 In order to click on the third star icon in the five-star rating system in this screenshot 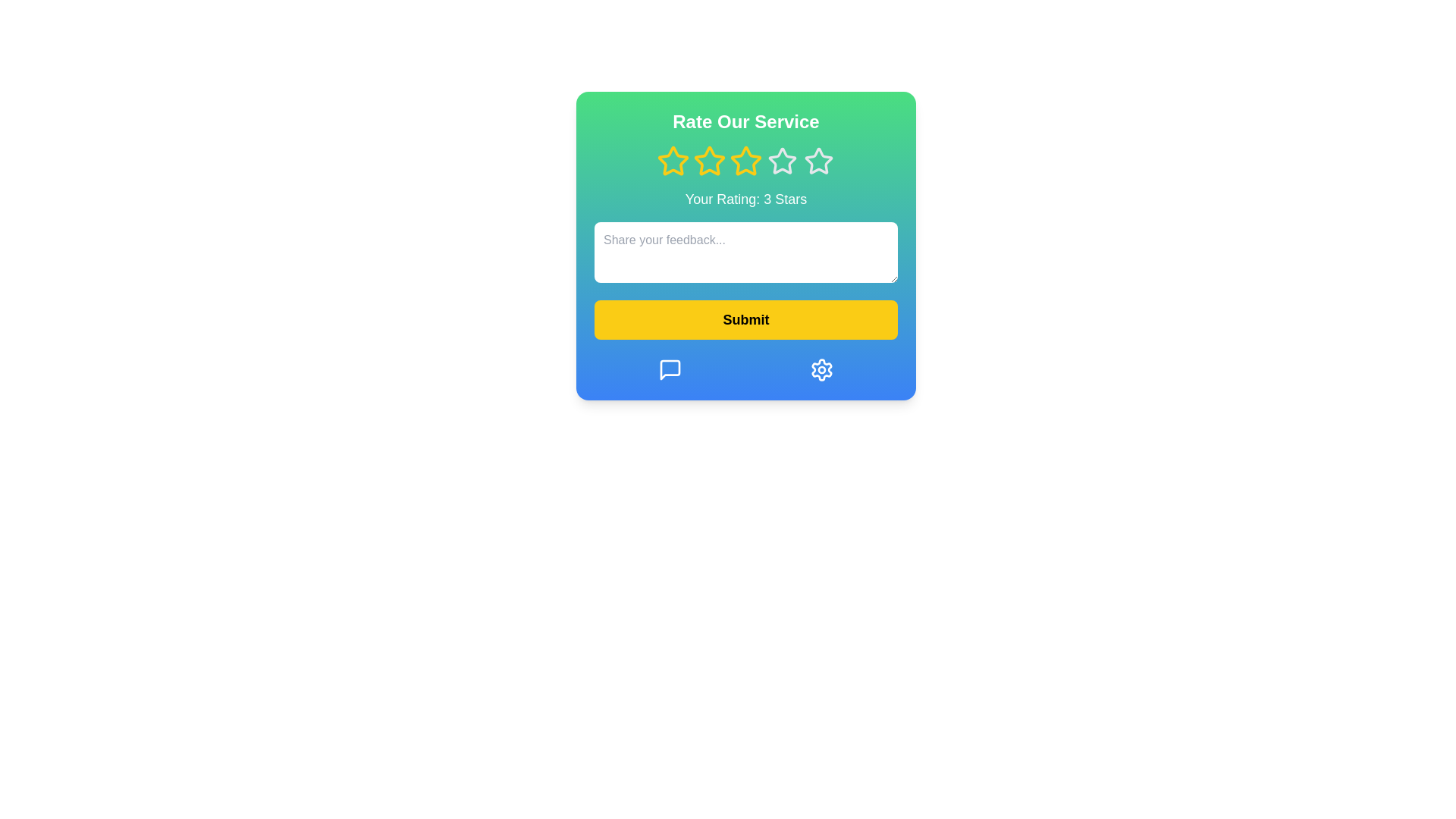, I will do `click(709, 161)`.